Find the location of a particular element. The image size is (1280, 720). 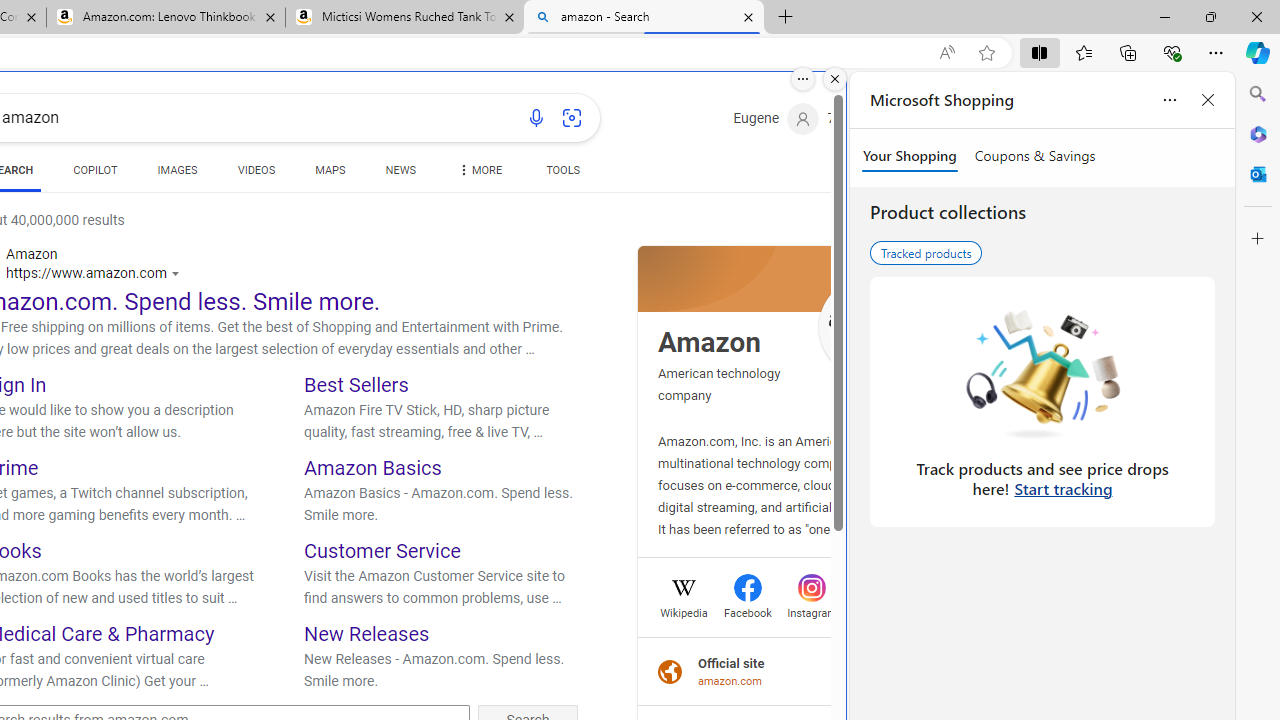

'More options.' is located at coordinates (803, 78).